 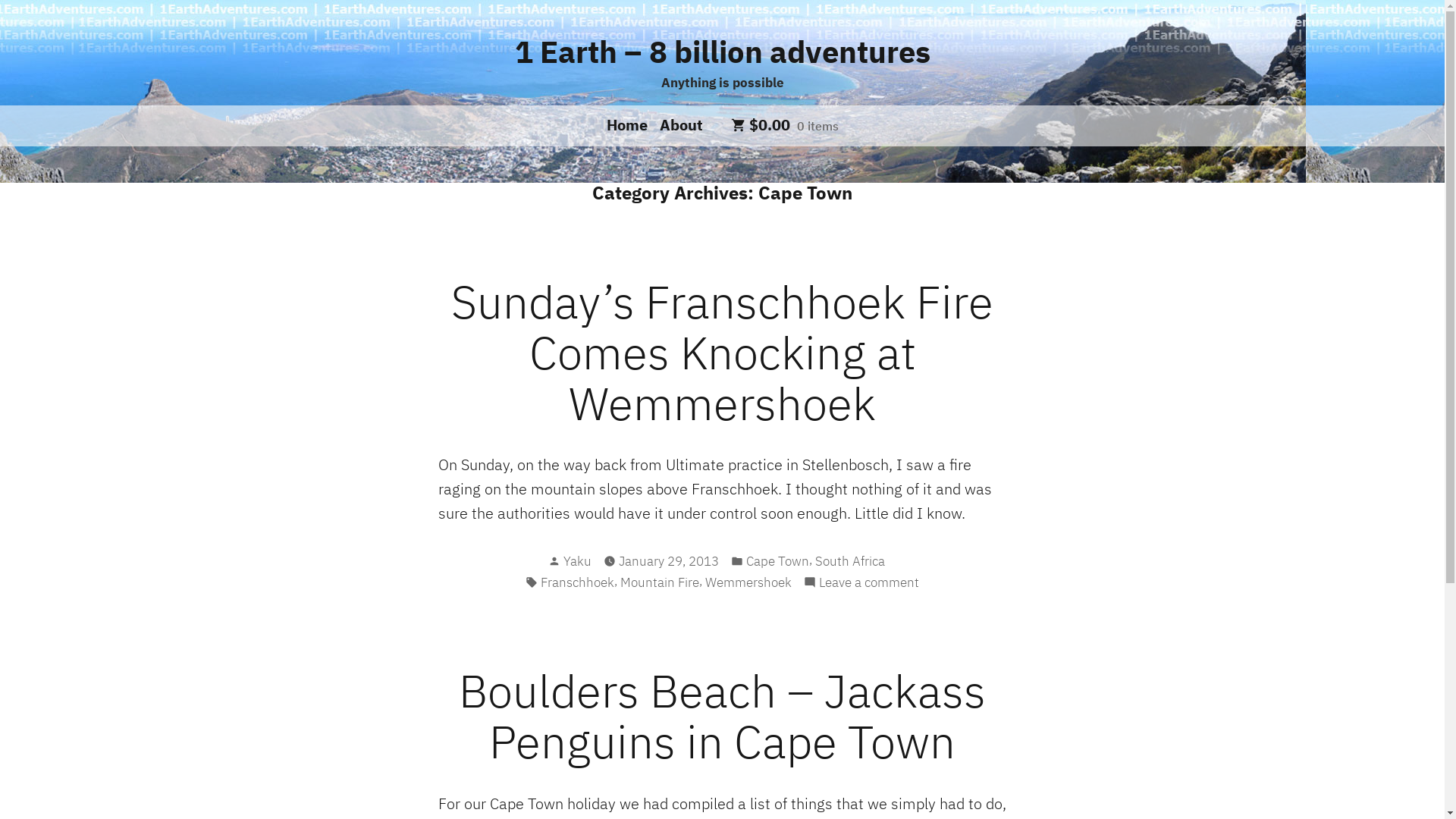 What do you see at coordinates (777, 561) in the screenshot?
I see `'Cape Town'` at bounding box center [777, 561].